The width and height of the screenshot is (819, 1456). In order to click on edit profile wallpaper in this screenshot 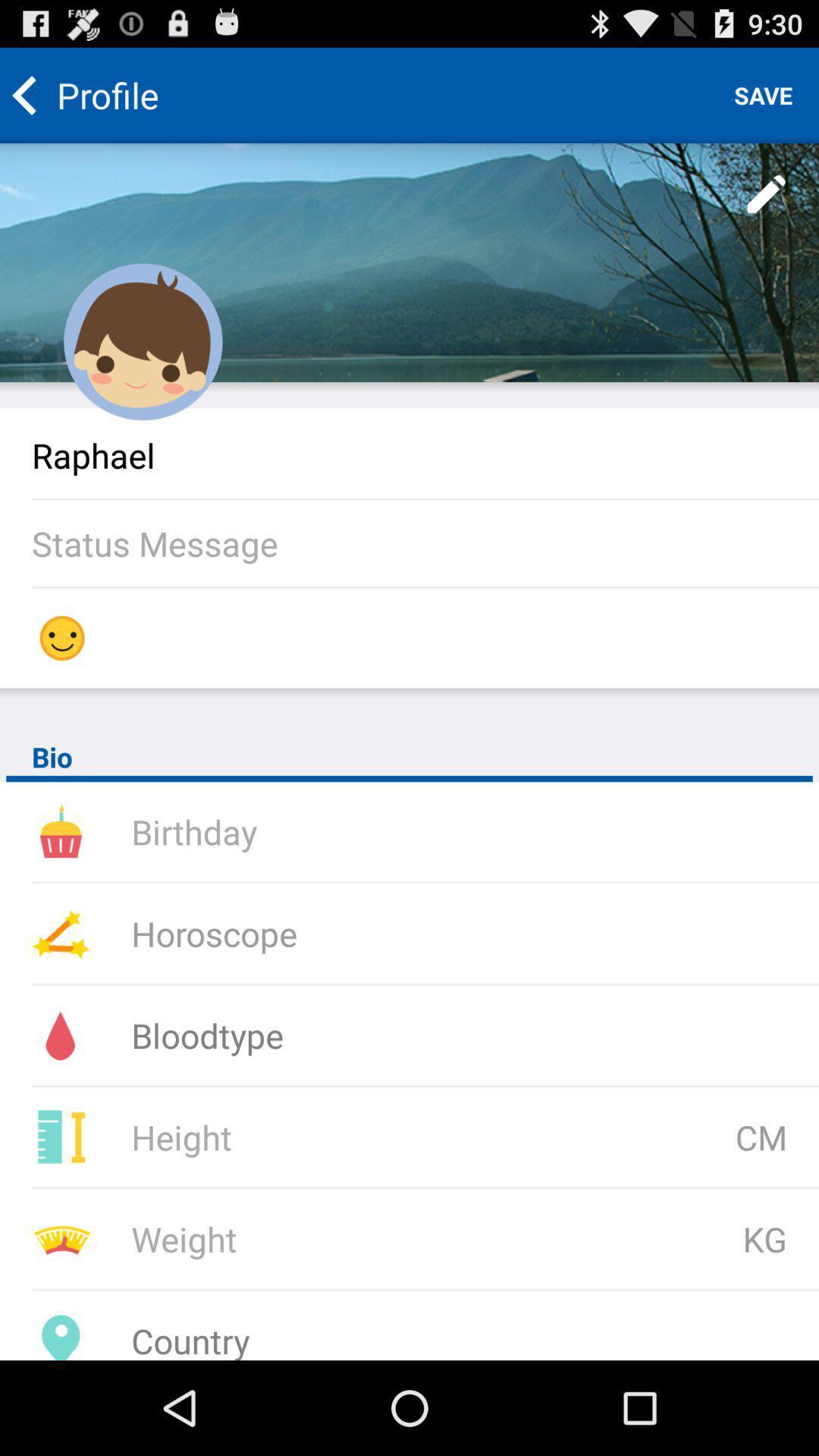, I will do `click(767, 194)`.